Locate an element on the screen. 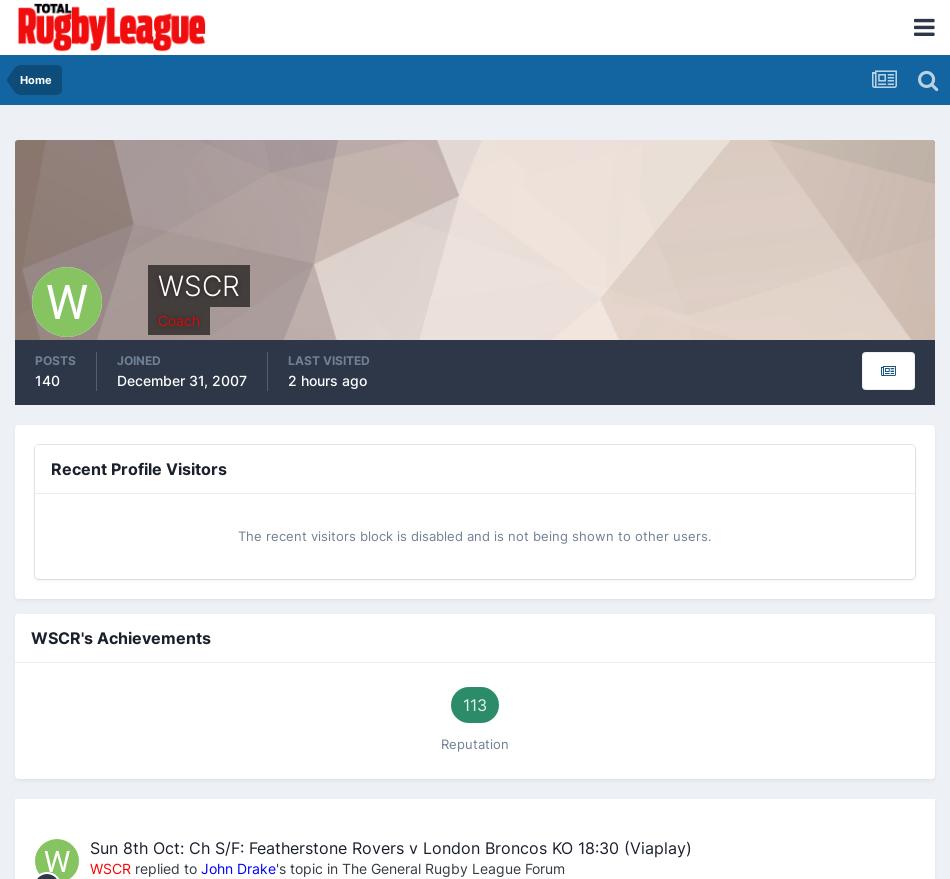 The image size is (950, 879). 'Coach' is located at coordinates (157, 319).